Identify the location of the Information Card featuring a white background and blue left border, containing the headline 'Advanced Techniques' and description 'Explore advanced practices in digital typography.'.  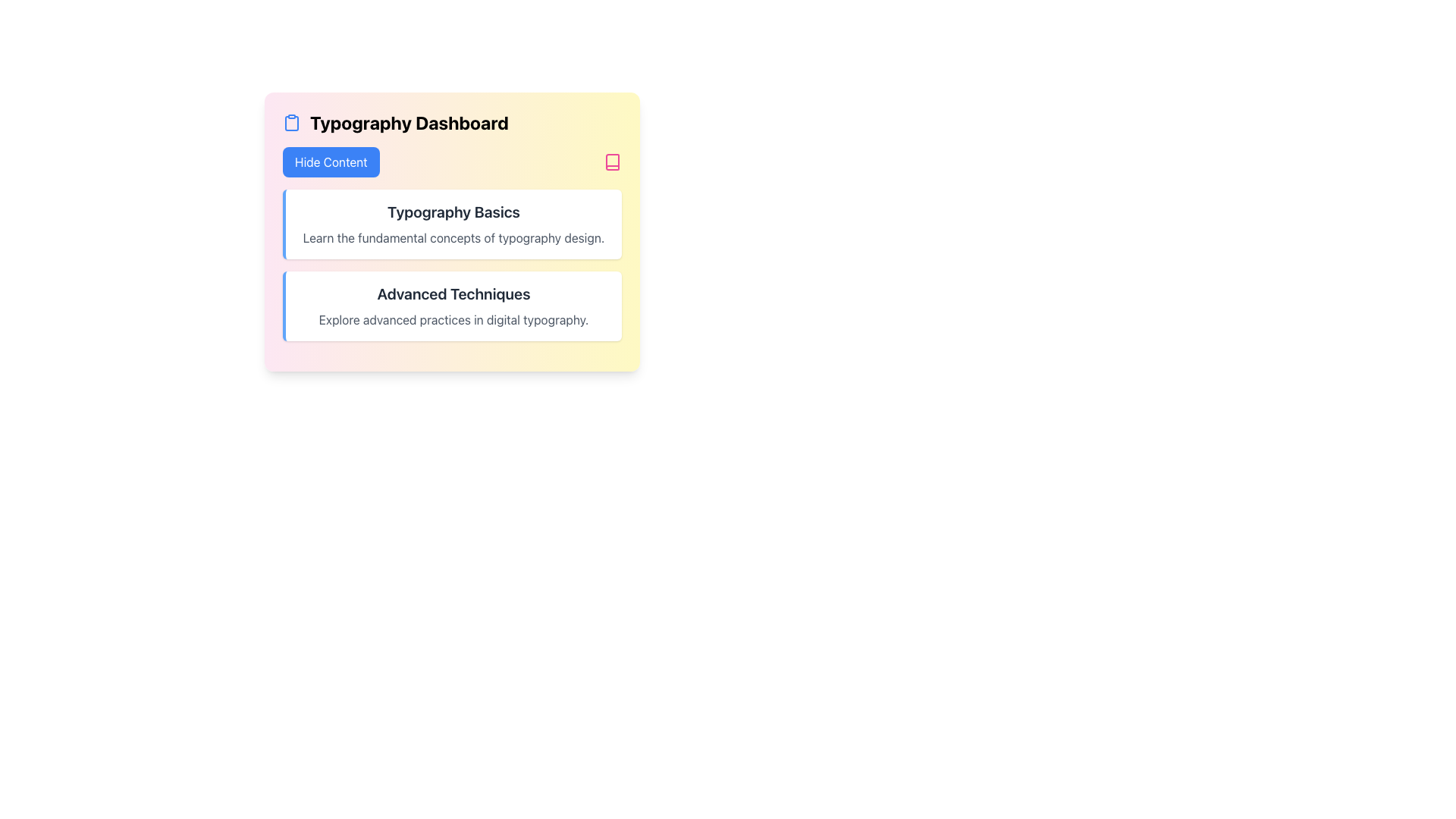
(451, 306).